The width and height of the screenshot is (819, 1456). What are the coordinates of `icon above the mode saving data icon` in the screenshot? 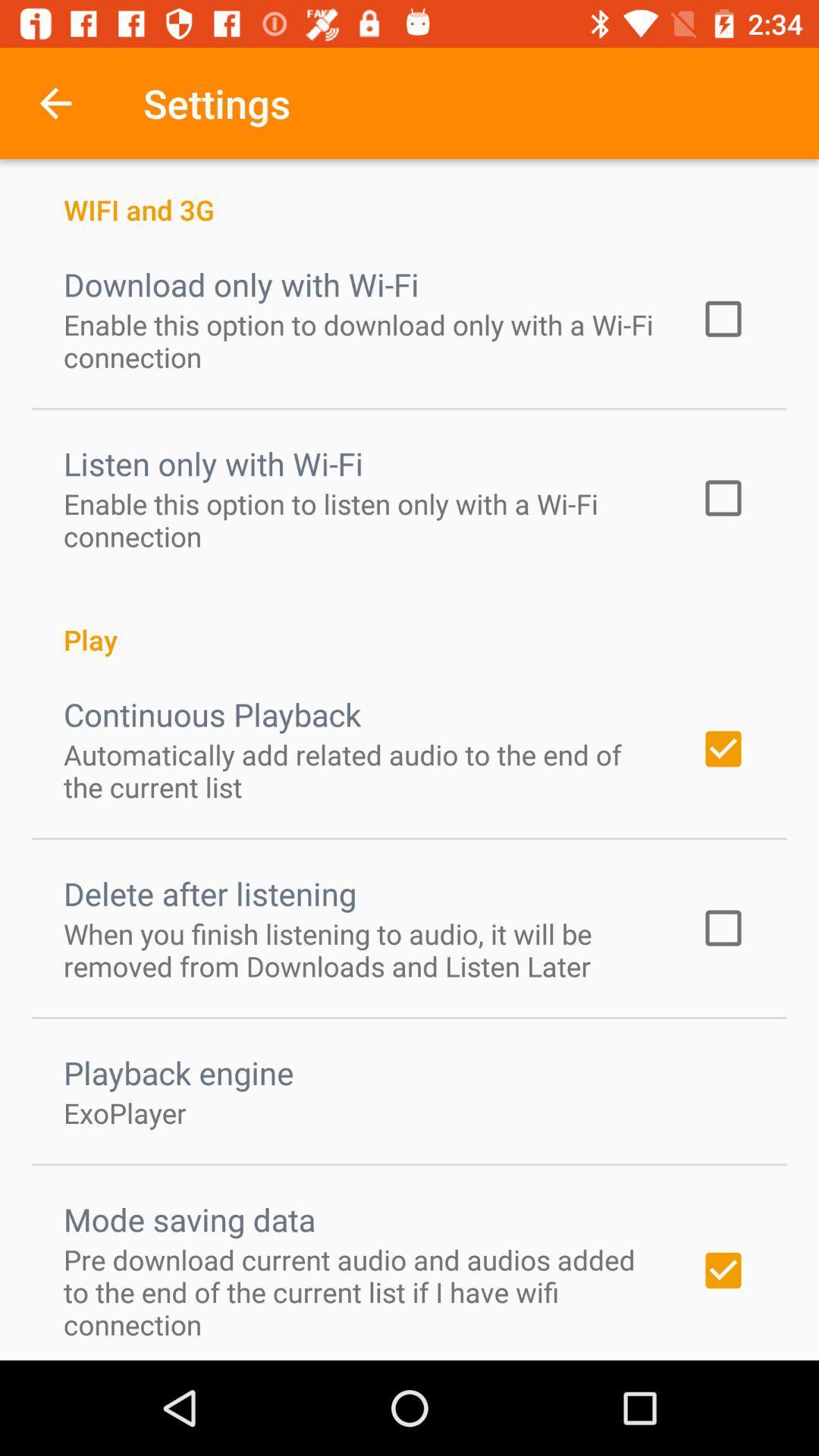 It's located at (124, 1112).